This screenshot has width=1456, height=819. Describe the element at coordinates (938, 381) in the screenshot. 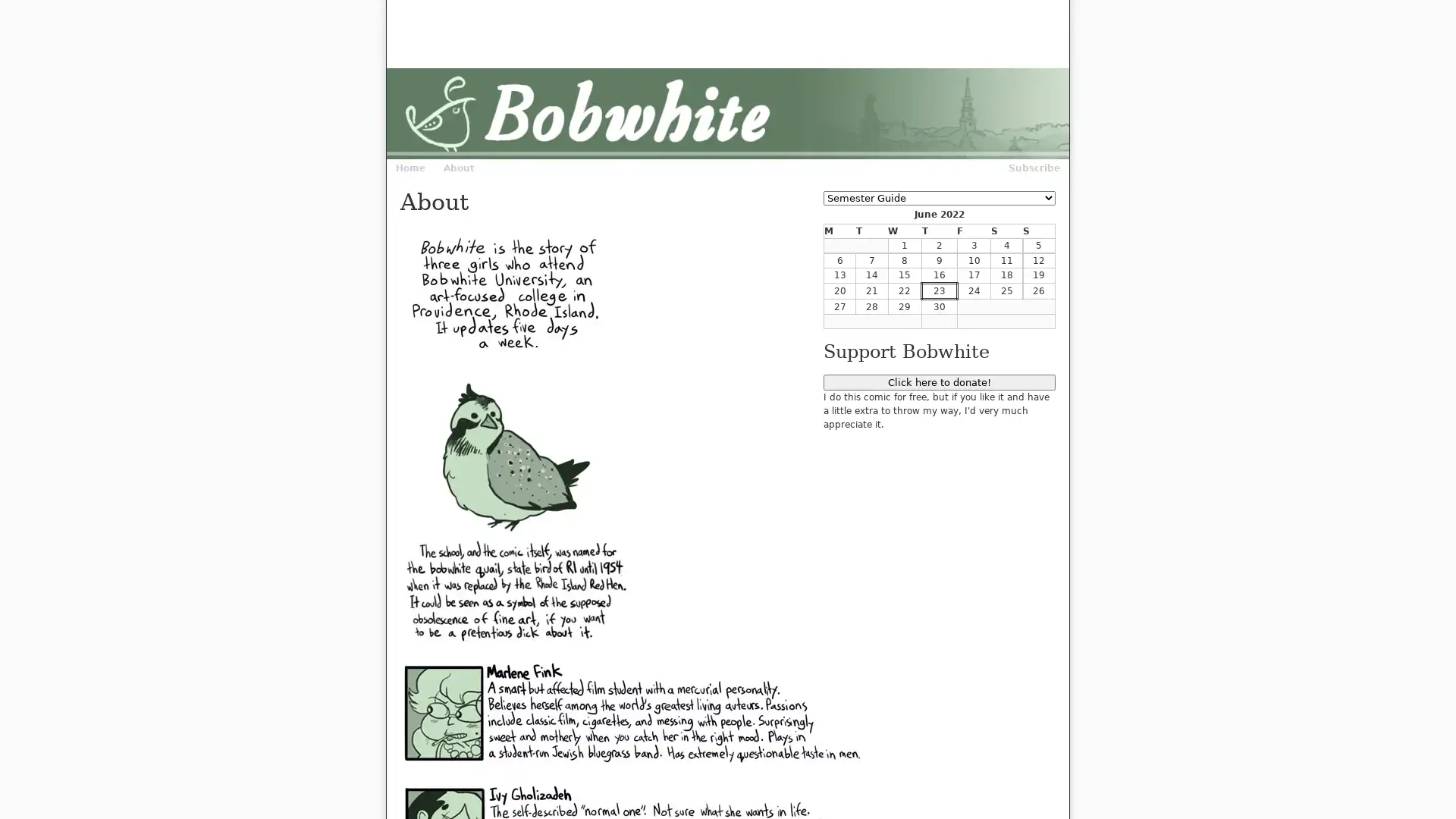

I see `Click here to donate!` at that location.